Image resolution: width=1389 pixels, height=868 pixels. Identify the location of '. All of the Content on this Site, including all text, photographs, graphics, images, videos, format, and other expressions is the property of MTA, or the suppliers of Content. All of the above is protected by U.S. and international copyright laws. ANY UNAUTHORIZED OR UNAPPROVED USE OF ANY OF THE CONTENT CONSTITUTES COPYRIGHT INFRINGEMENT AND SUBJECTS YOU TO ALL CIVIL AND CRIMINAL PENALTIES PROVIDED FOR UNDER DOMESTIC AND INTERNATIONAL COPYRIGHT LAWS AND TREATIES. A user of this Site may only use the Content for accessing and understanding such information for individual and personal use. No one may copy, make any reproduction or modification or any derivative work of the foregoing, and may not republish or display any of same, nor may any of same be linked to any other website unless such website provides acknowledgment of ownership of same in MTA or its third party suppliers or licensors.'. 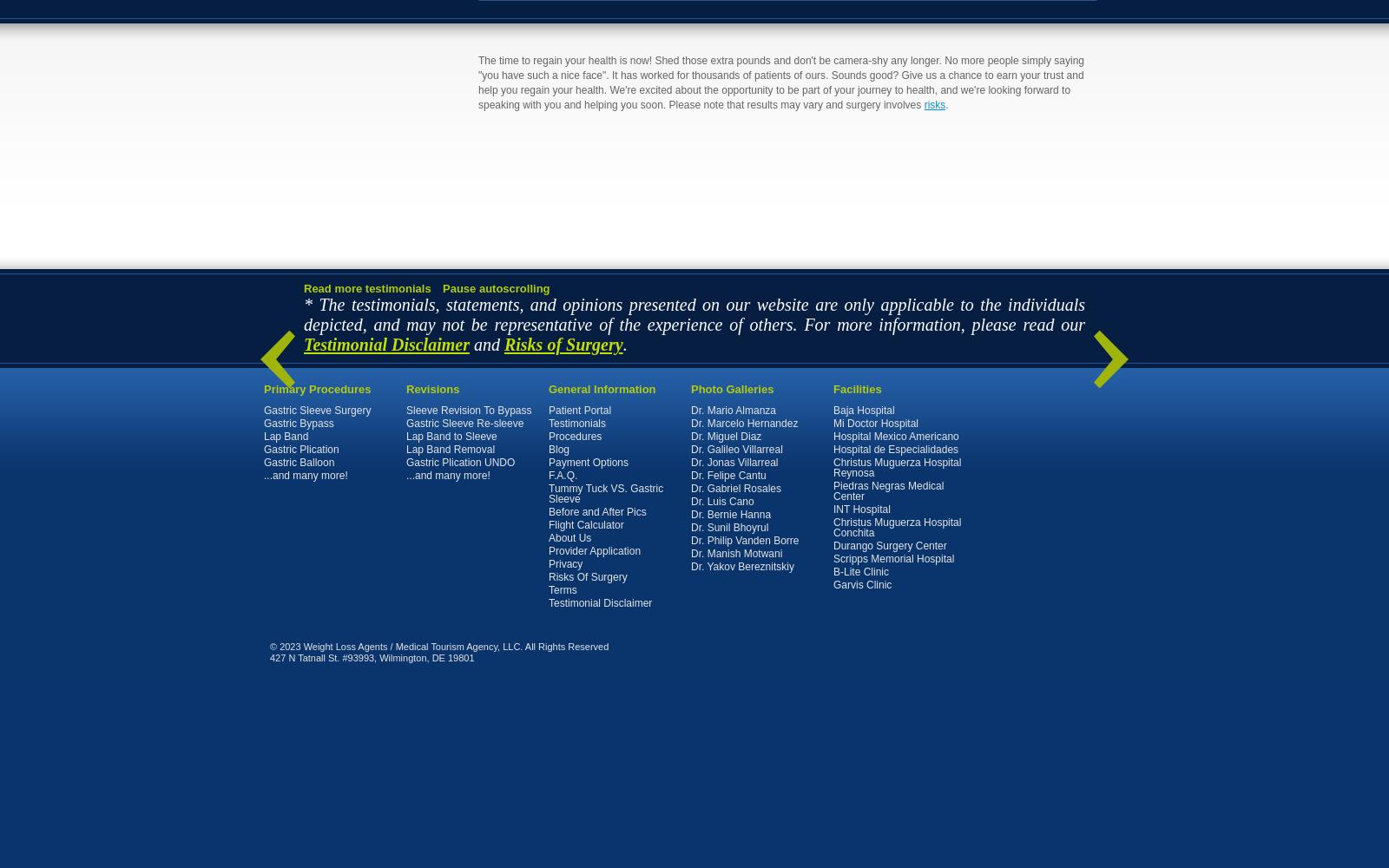
(693, 786).